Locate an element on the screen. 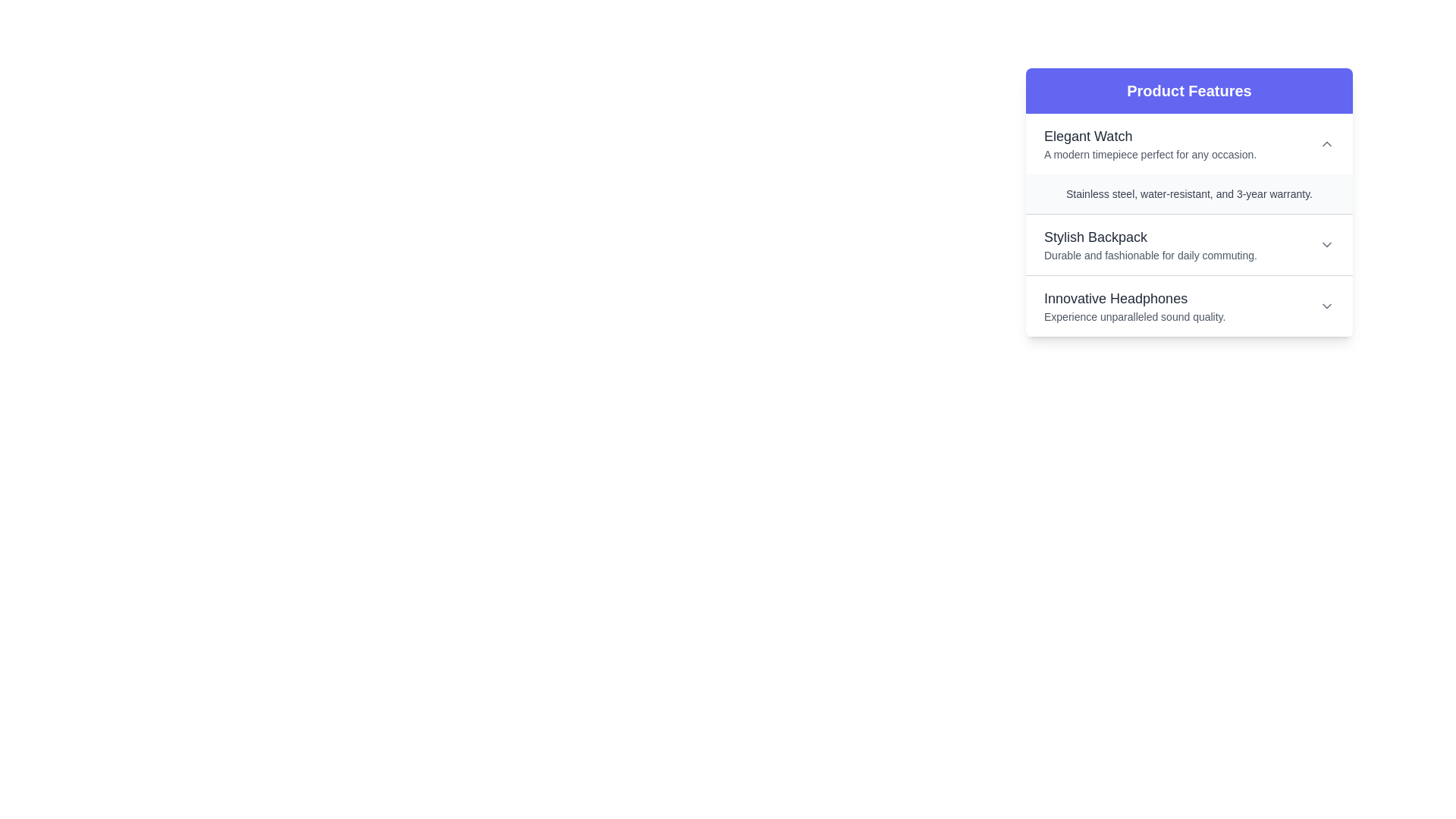  the Collapsible header labeled 'Product Features' is located at coordinates (1188, 143).